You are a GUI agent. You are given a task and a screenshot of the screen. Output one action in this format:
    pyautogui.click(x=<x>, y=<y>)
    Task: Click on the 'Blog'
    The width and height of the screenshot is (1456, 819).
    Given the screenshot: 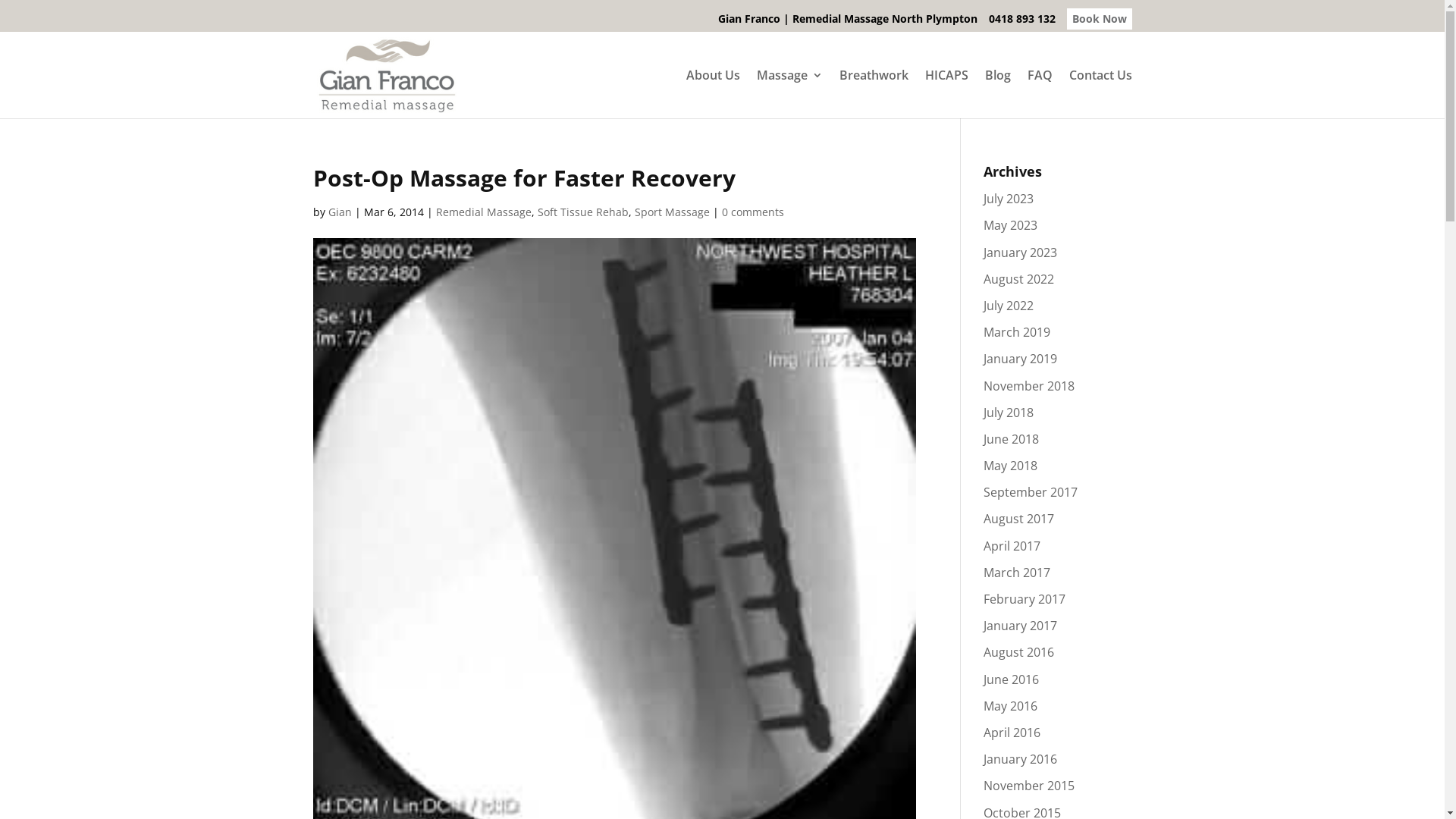 What is the action you would take?
    pyautogui.click(x=997, y=93)
    